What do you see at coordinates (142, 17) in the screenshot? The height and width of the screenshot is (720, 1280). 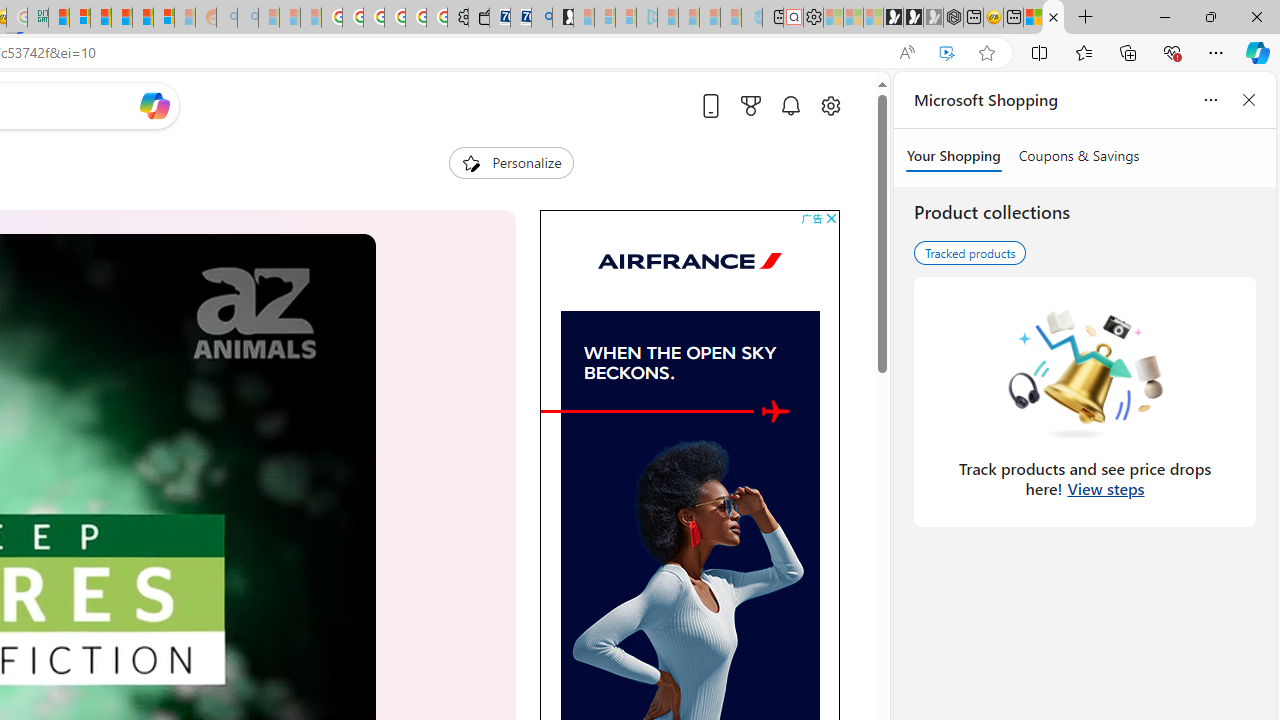 I see `'Kinda Frugal - MSN'` at bounding box center [142, 17].